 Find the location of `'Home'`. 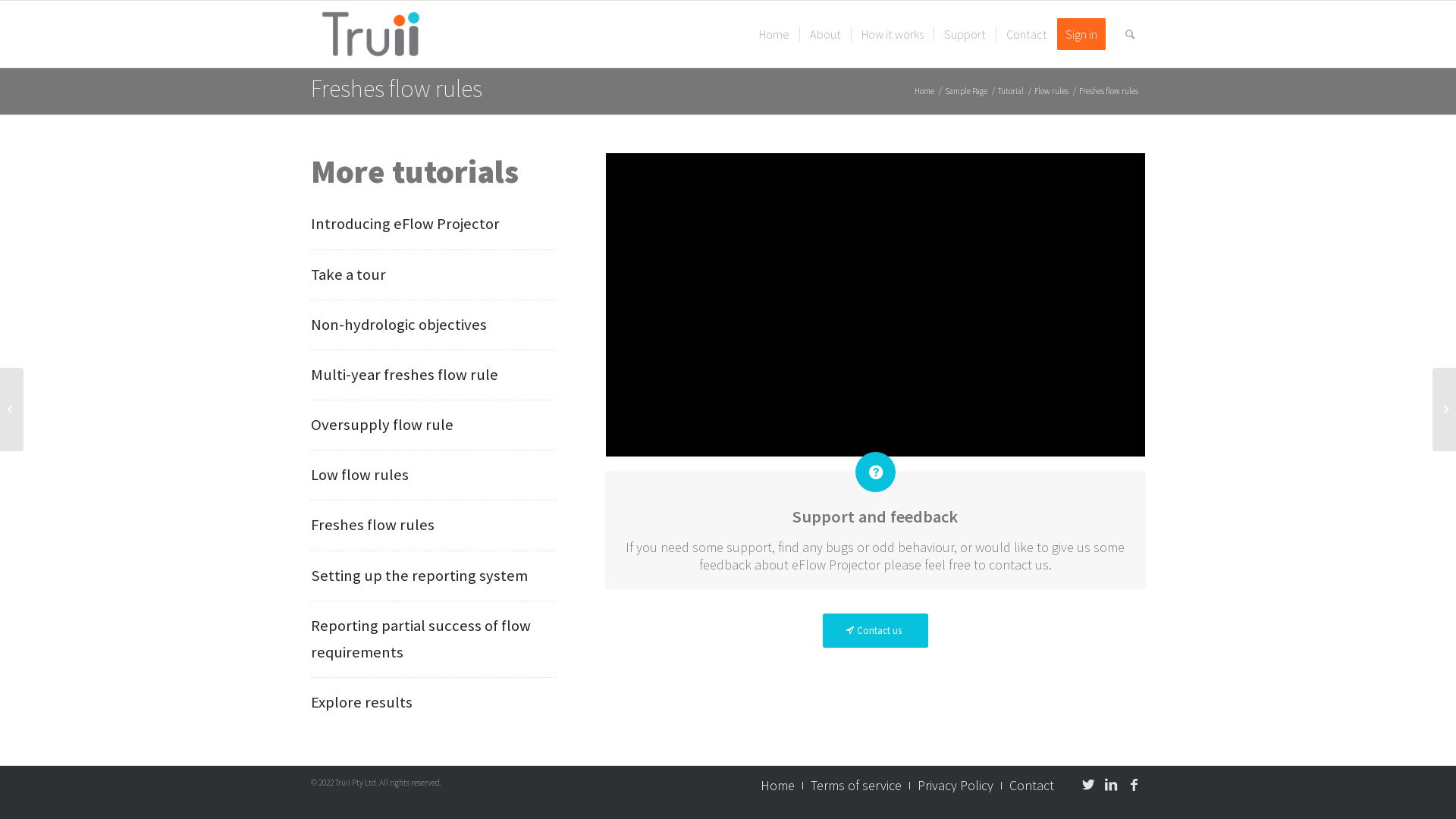

'Home' is located at coordinates (924, 91).